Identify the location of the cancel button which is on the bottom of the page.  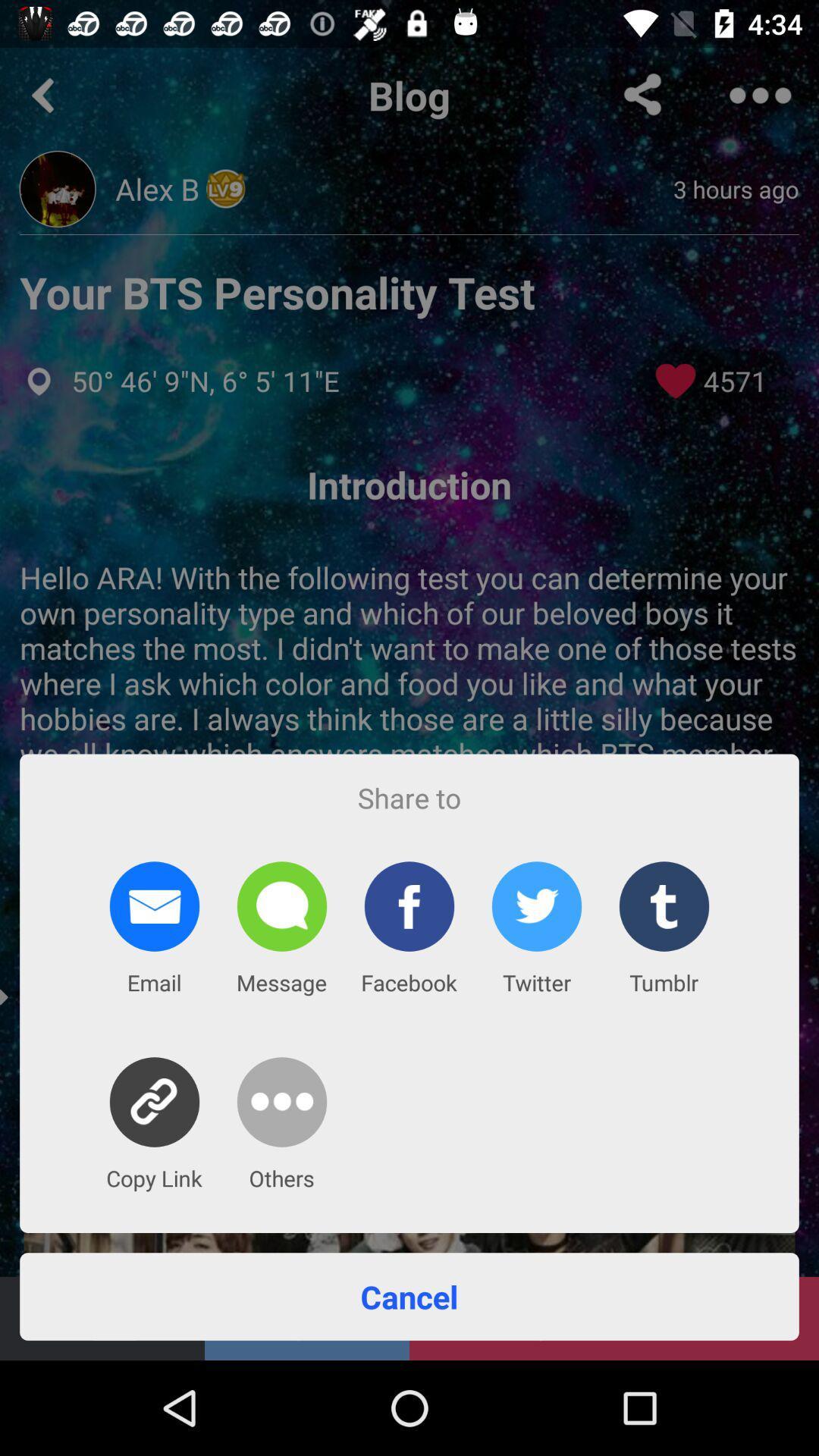
(409, 1295).